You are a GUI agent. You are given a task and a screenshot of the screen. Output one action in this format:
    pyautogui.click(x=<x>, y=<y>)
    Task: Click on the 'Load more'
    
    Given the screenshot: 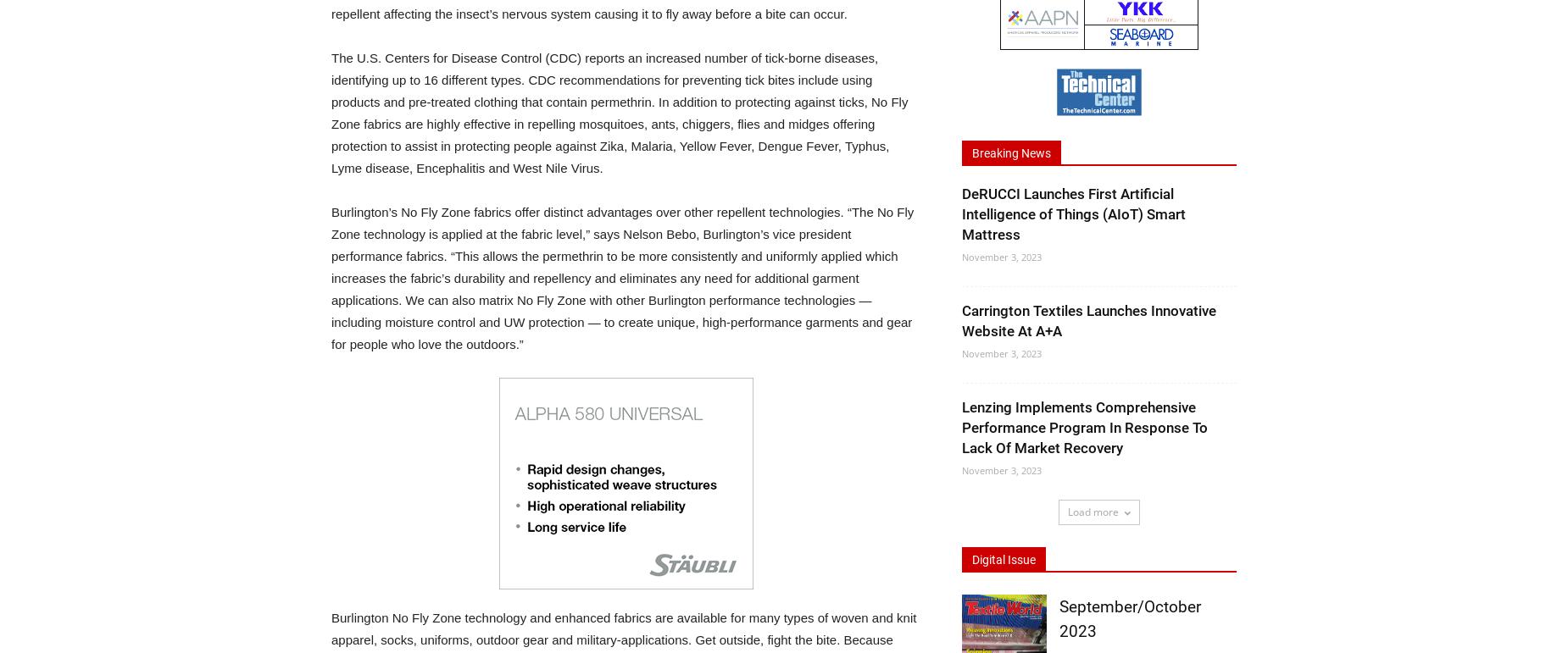 What is the action you would take?
    pyautogui.click(x=1093, y=512)
    